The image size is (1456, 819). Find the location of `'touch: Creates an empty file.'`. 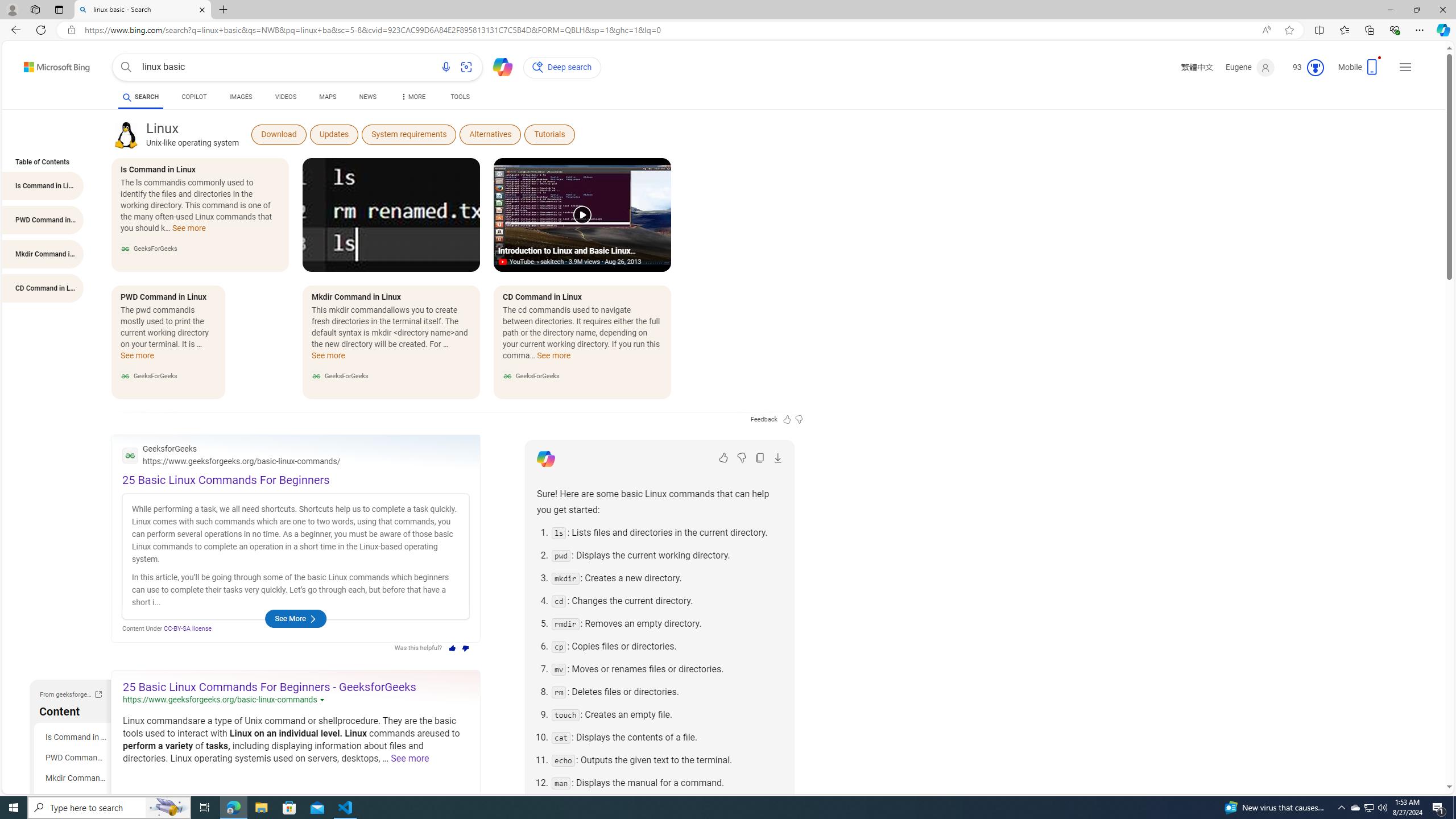

'touch: Creates an empty file.' is located at coordinates (666, 714).